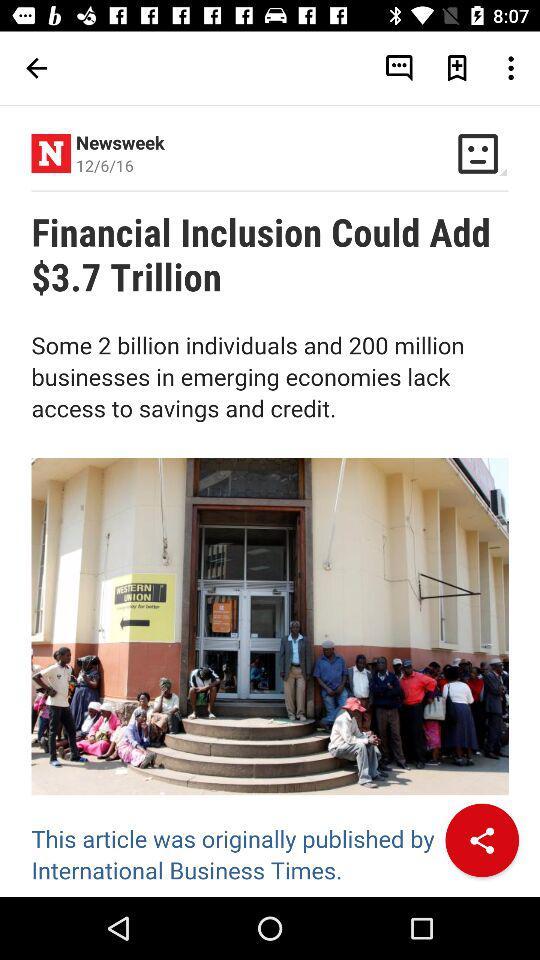  Describe the element at coordinates (477, 152) in the screenshot. I see `the button which is next to the newsweek` at that location.